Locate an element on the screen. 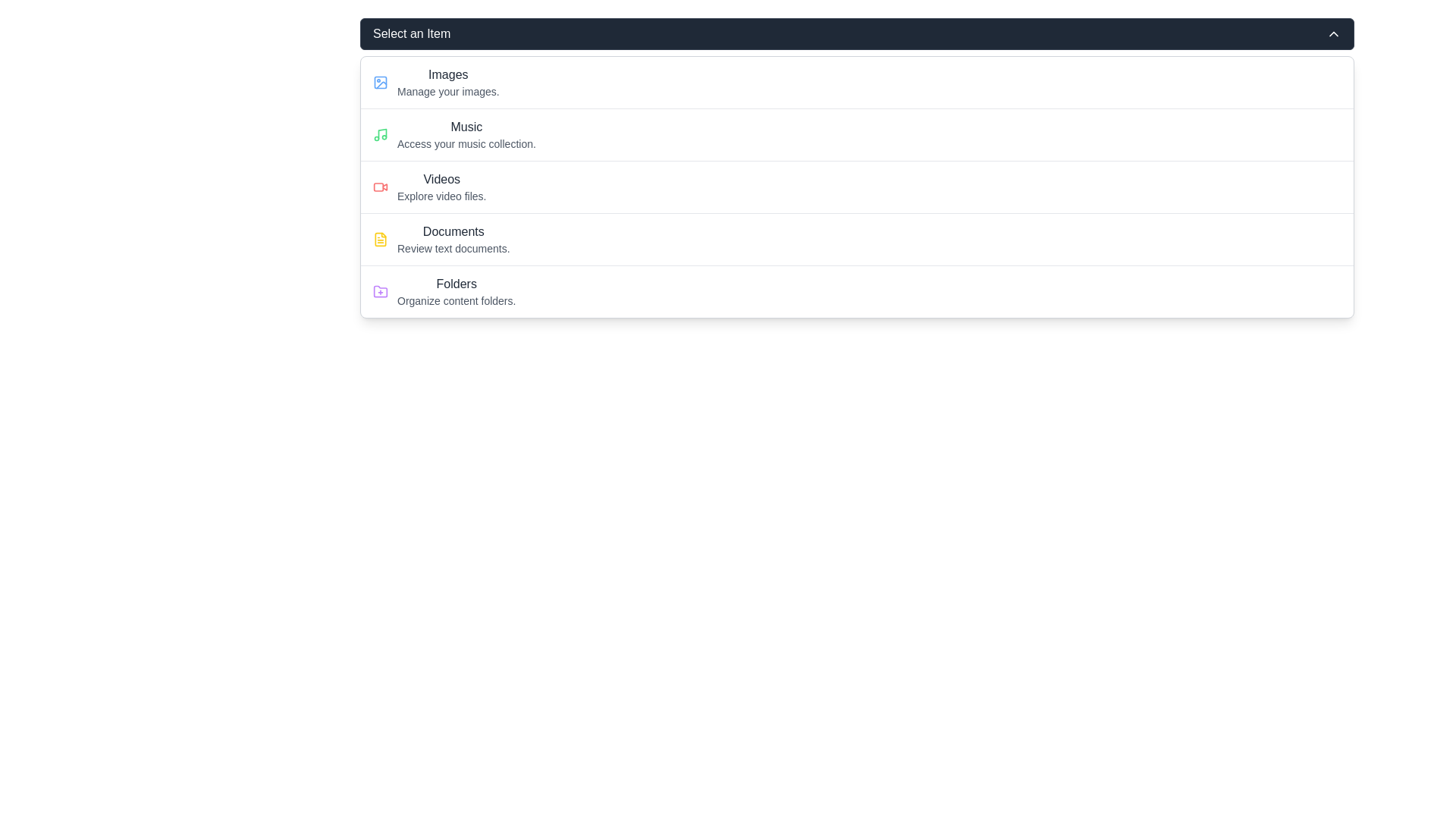 The height and width of the screenshot is (819, 1456). the 'Videos' section title Text Label, which indicates the purpose of the section below it and is positioned between the 'Music' section and the 'Documents' section is located at coordinates (441, 178).